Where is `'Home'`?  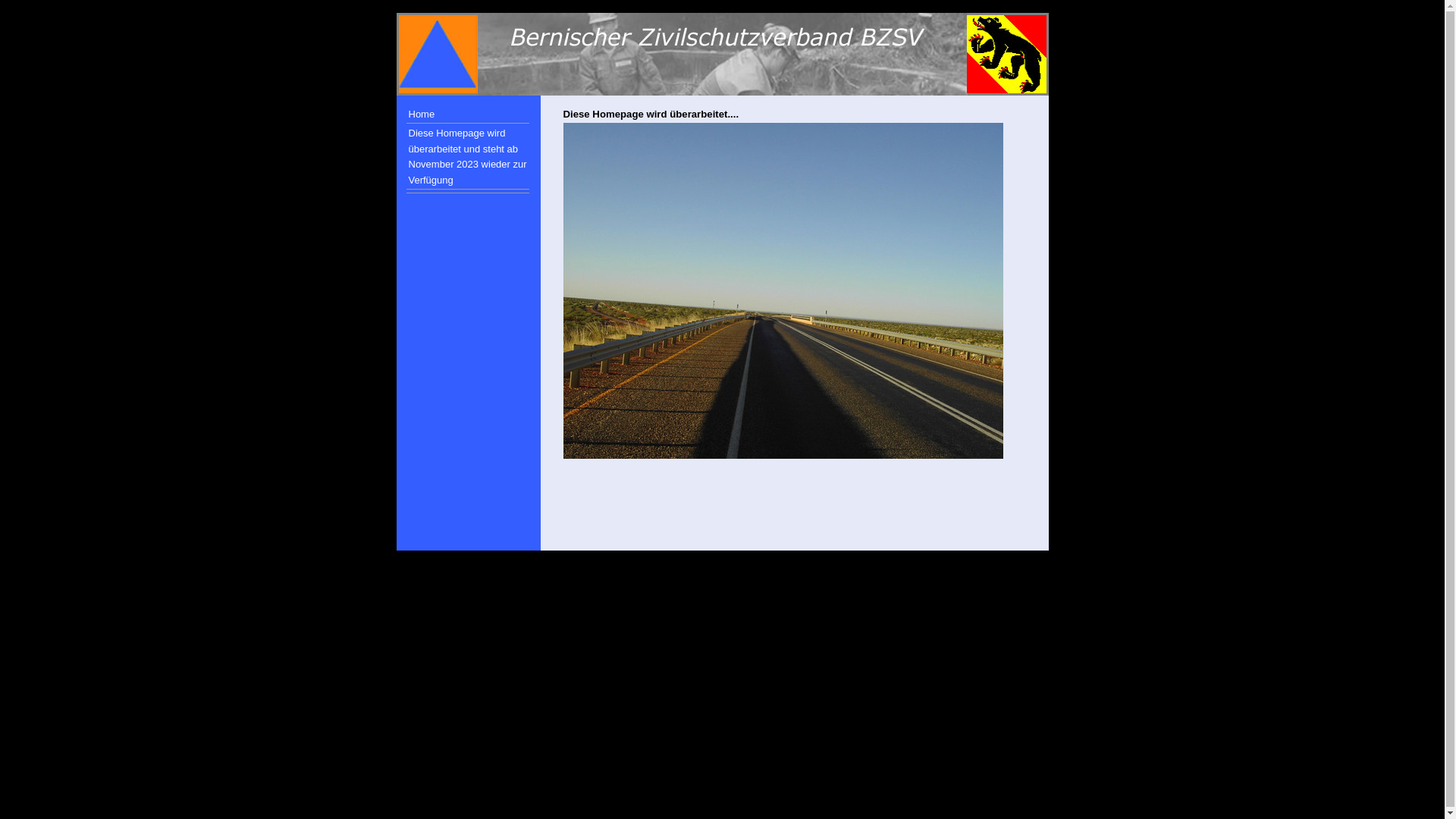
'Home' is located at coordinates (467, 113).